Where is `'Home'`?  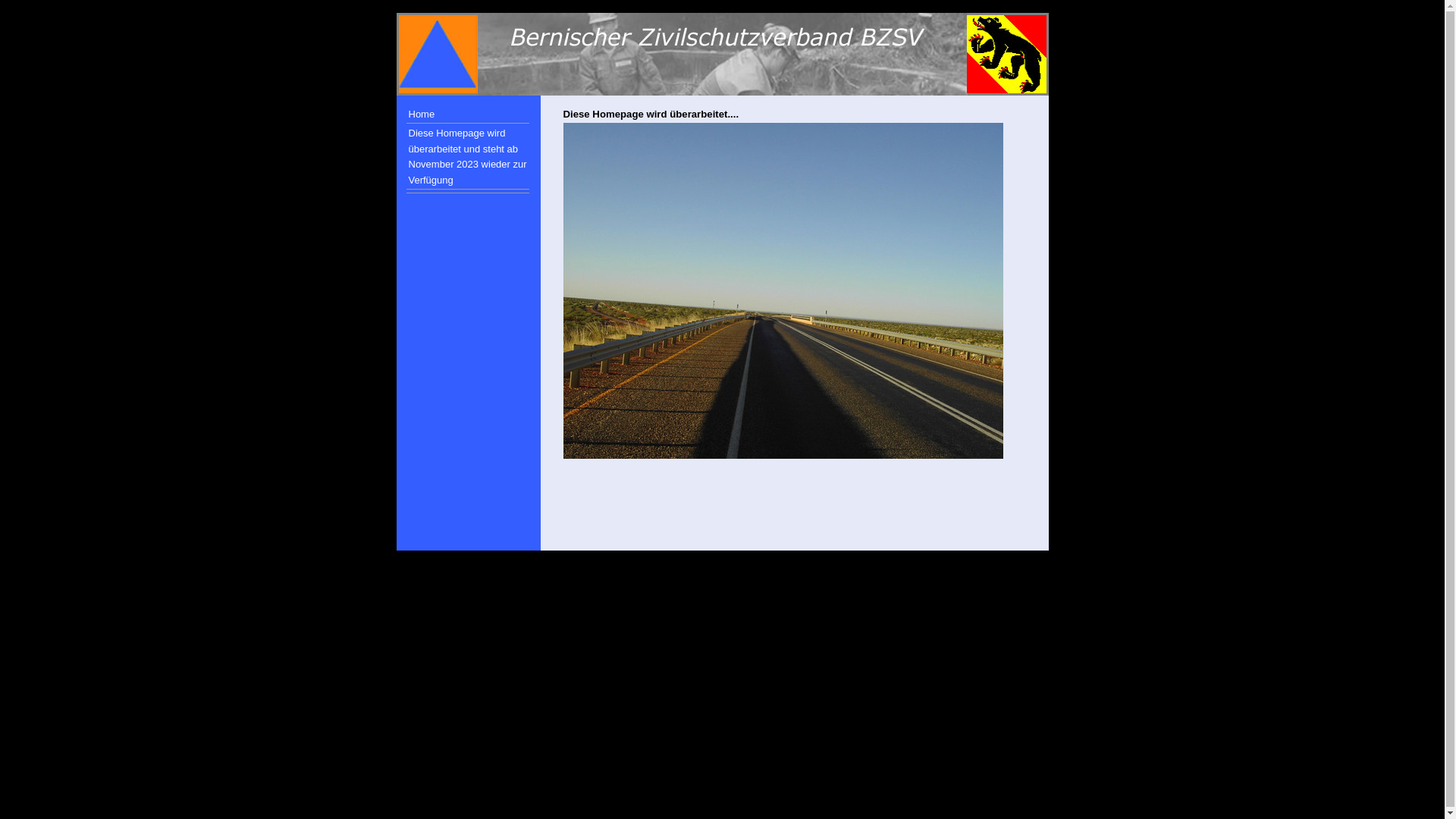
'Home' is located at coordinates (467, 113).